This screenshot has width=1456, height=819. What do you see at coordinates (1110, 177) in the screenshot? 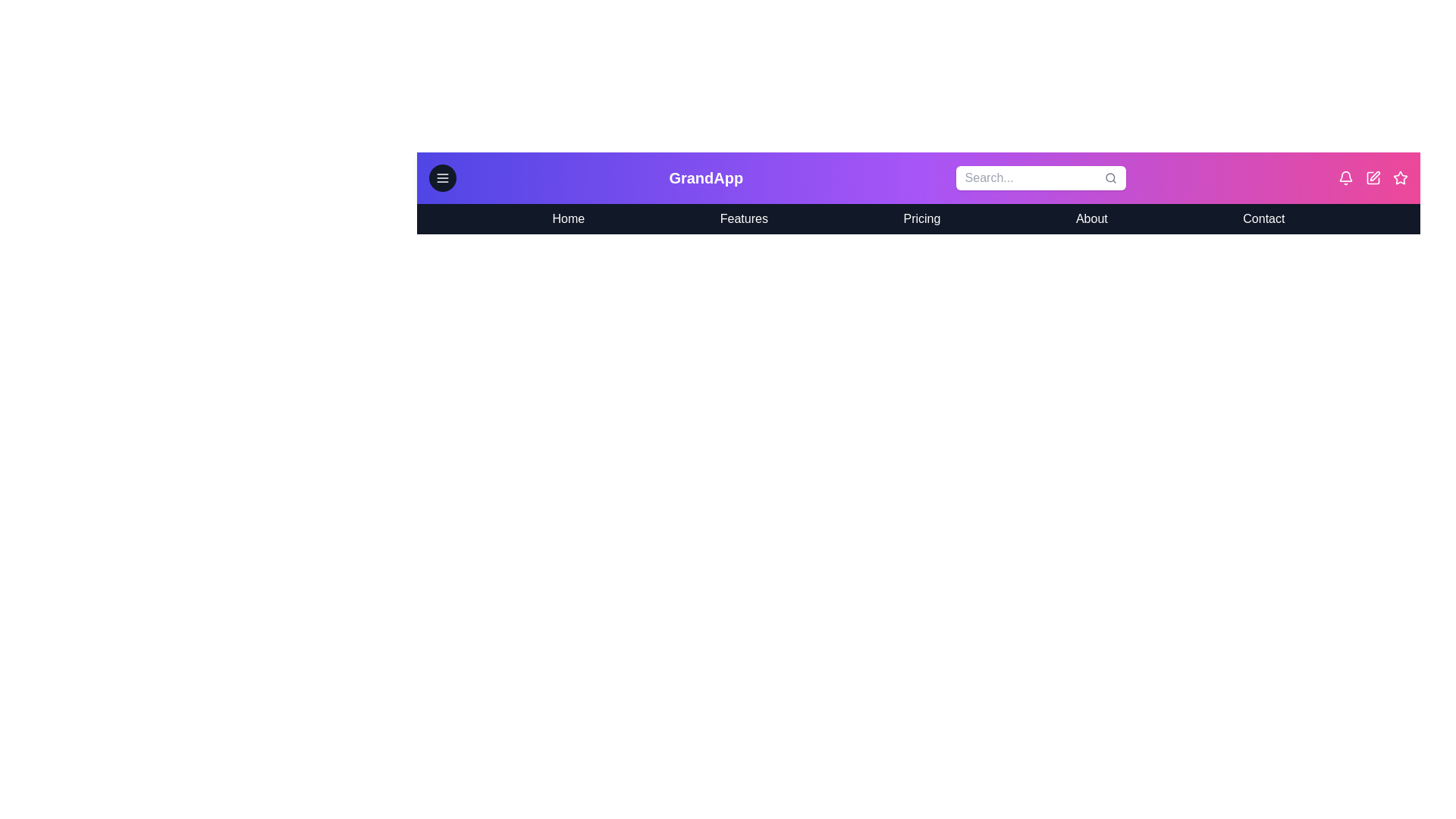
I see `the search icon located in the top-right corner of the app bar` at bounding box center [1110, 177].